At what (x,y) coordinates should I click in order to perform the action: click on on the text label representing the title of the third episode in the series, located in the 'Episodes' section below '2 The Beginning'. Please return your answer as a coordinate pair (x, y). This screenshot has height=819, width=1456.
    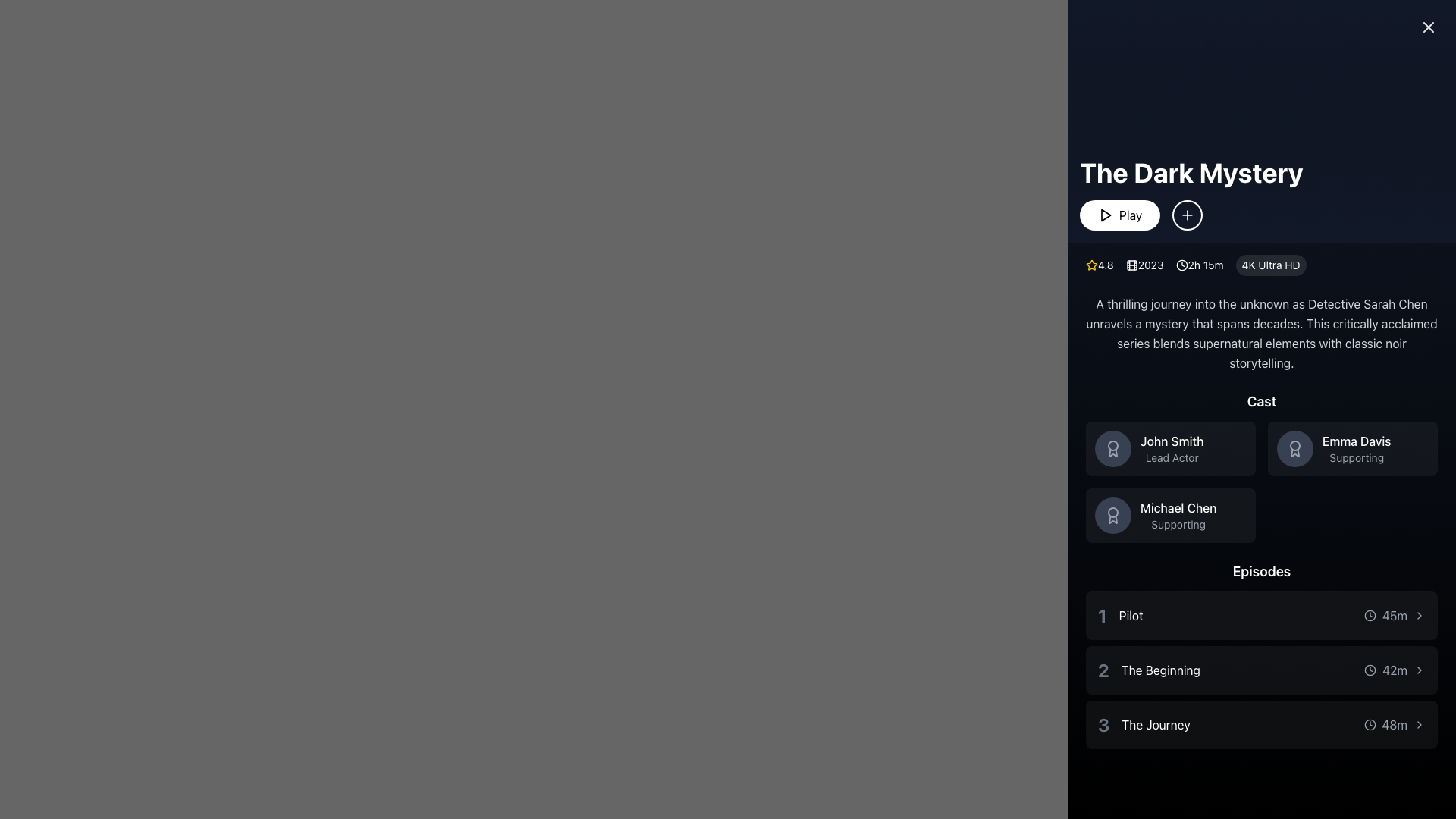
    Looking at the image, I should click on (1155, 724).